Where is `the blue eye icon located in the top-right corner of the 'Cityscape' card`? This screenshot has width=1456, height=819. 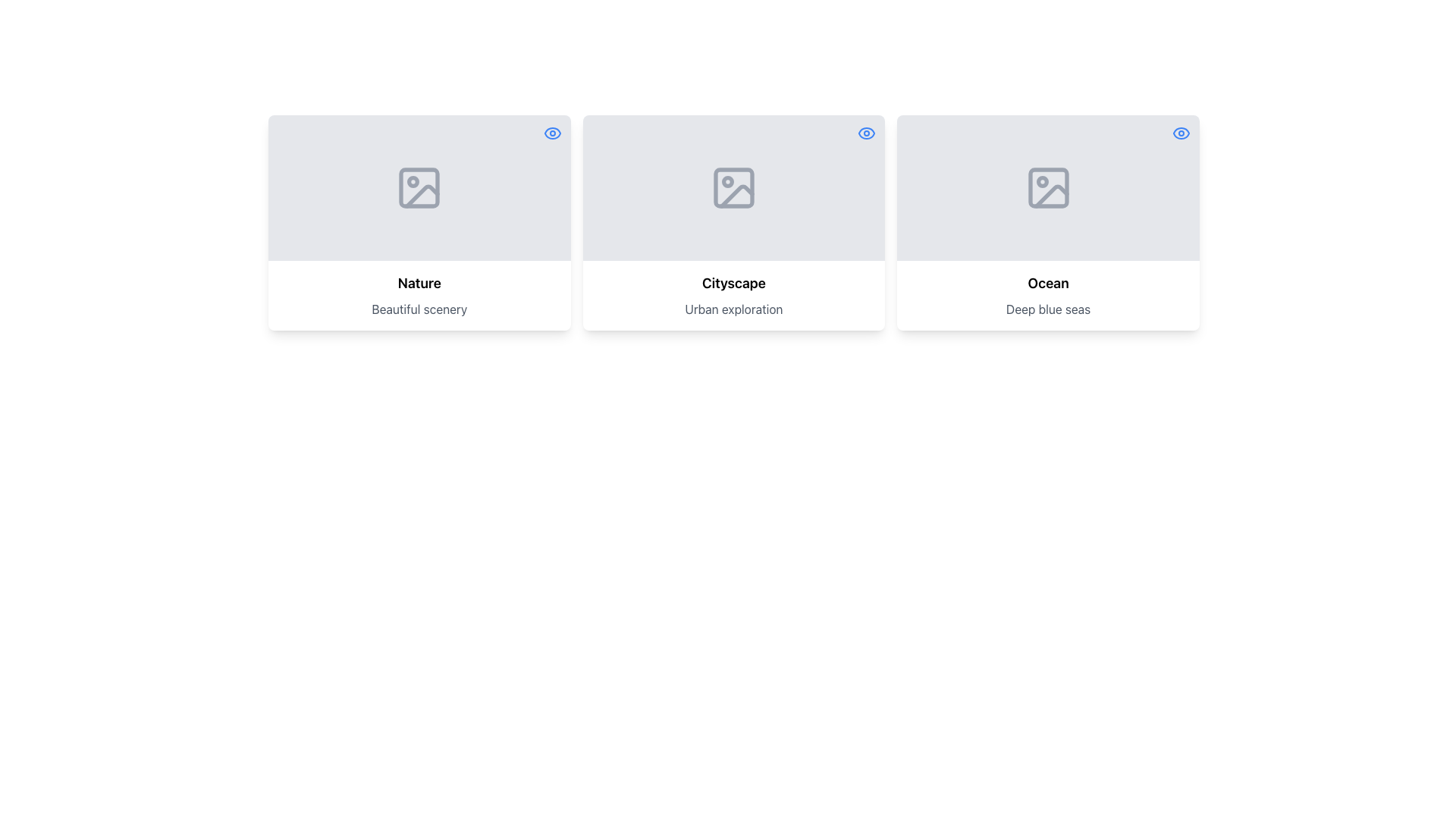 the blue eye icon located in the top-right corner of the 'Cityscape' card is located at coordinates (867, 133).